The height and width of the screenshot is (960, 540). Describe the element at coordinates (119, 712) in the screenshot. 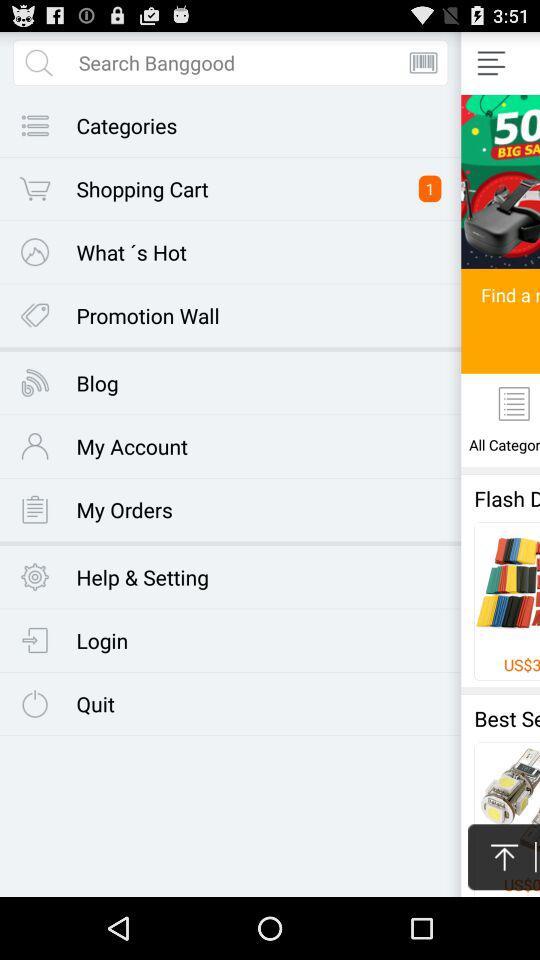

I see `quit` at that location.